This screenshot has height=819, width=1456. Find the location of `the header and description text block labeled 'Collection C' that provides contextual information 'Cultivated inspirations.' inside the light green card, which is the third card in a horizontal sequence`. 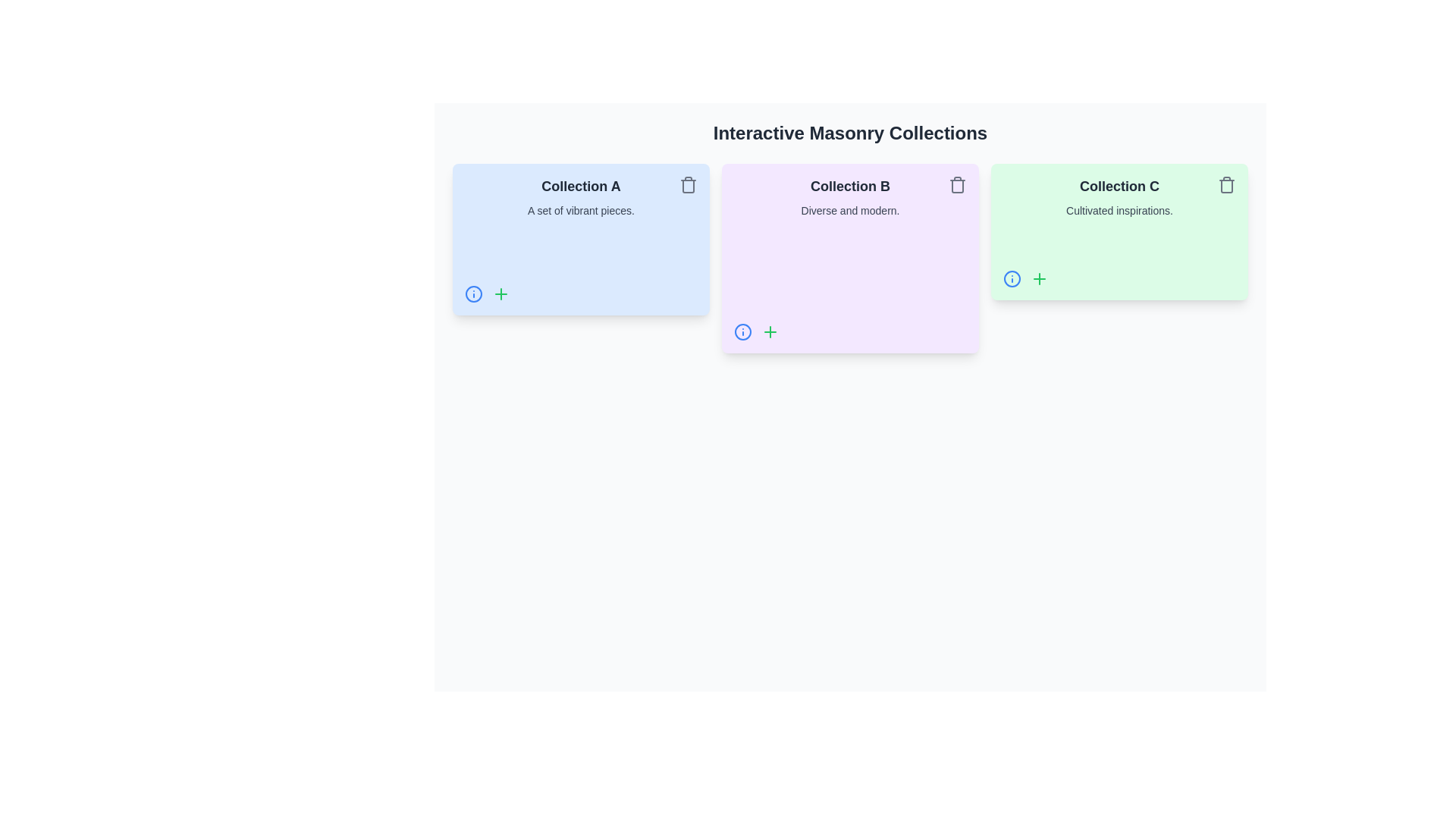

the header and description text block labeled 'Collection C' that provides contextual information 'Cultivated inspirations.' inside the light green card, which is the third card in a horizontal sequence is located at coordinates (1119, 196).